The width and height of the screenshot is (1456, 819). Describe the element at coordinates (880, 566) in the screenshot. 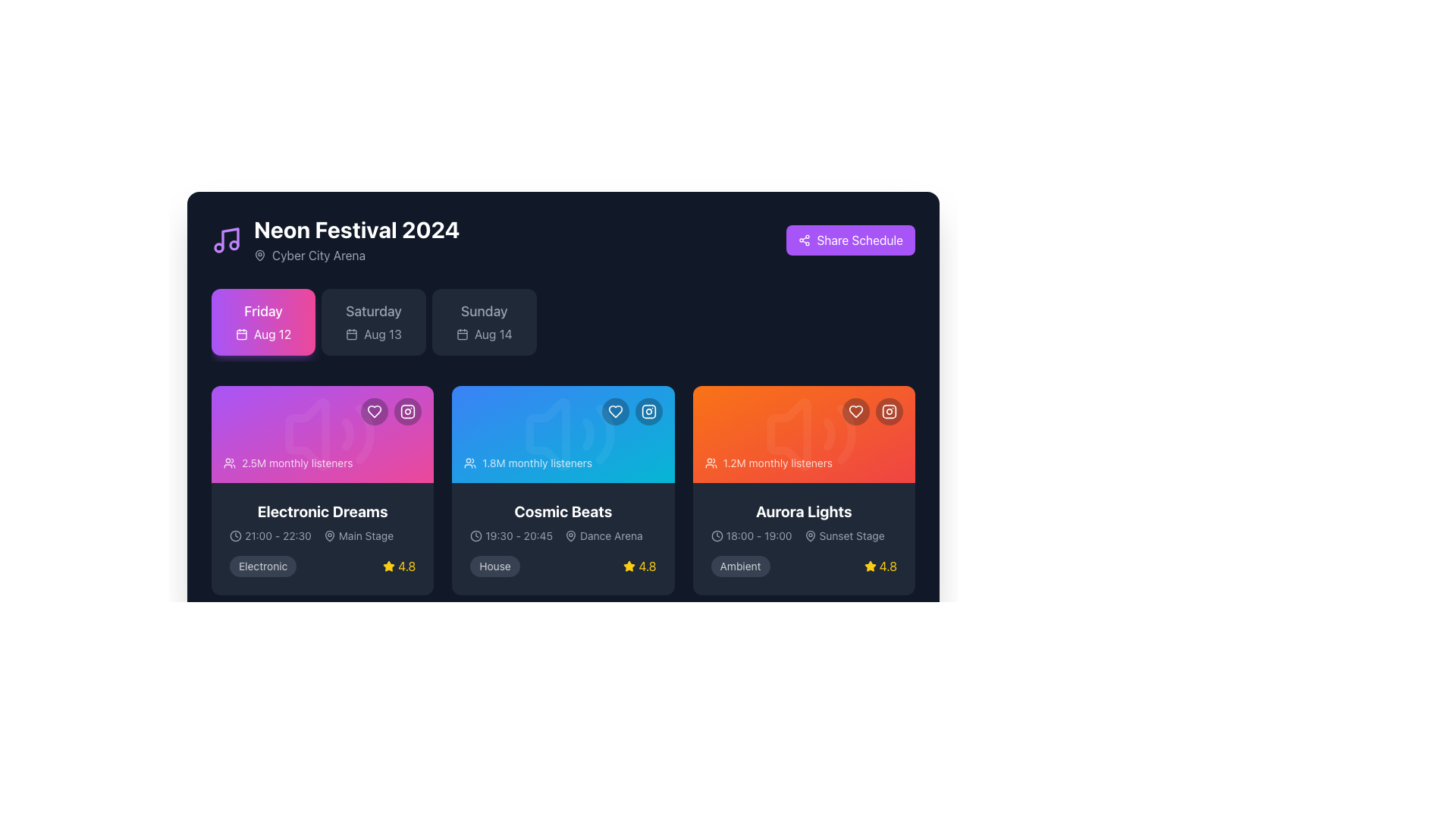

I see `the Rating display showing '4.8' with a yellow star icon located at the bottom-right corner of the 'Aurora Lights' card` at that location.